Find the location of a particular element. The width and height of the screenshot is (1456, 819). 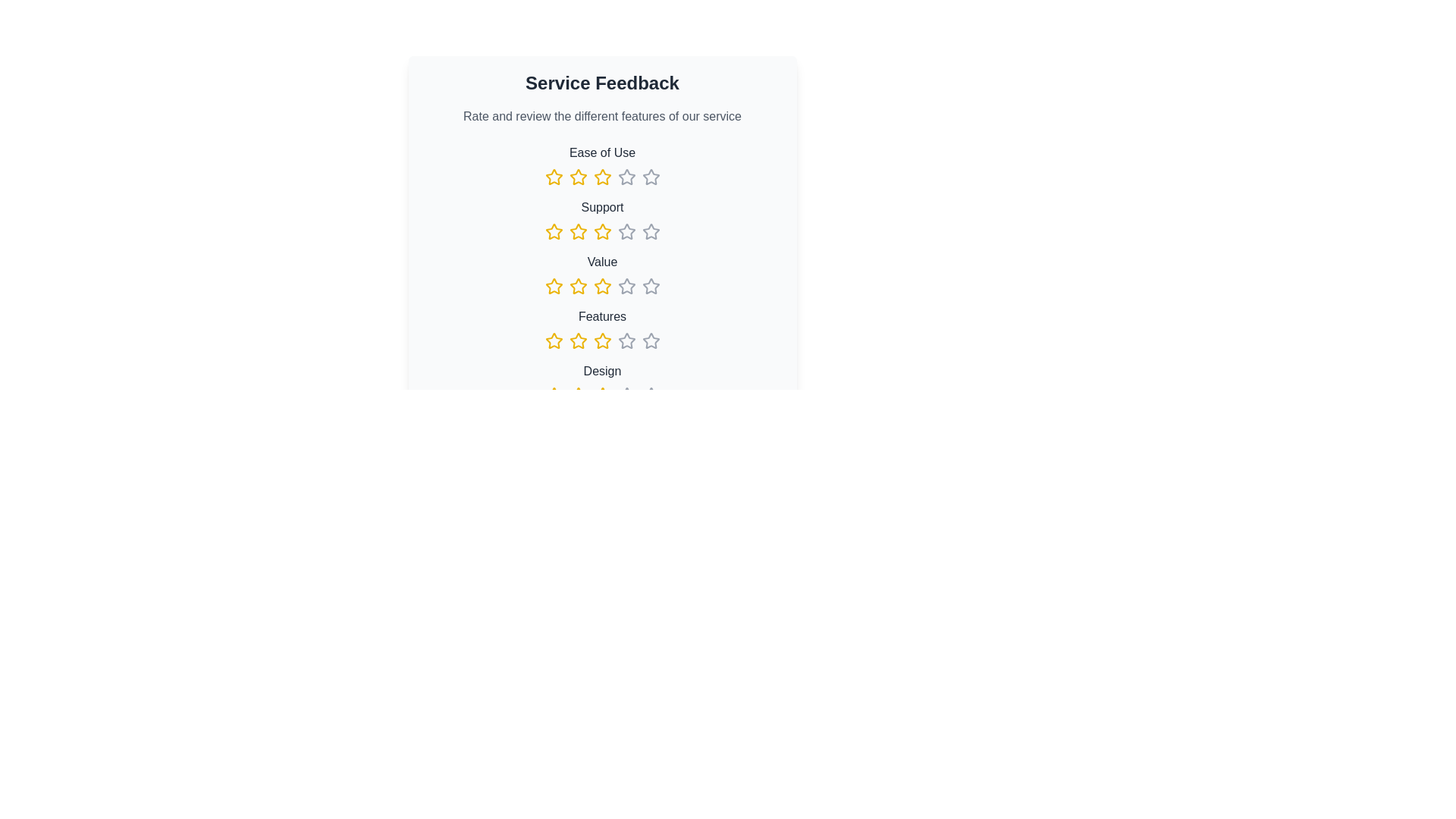

the fifth star button in the rating area for 'Features' to provide feedback and change its state from inactive to active is located at coordinates (626, 341).